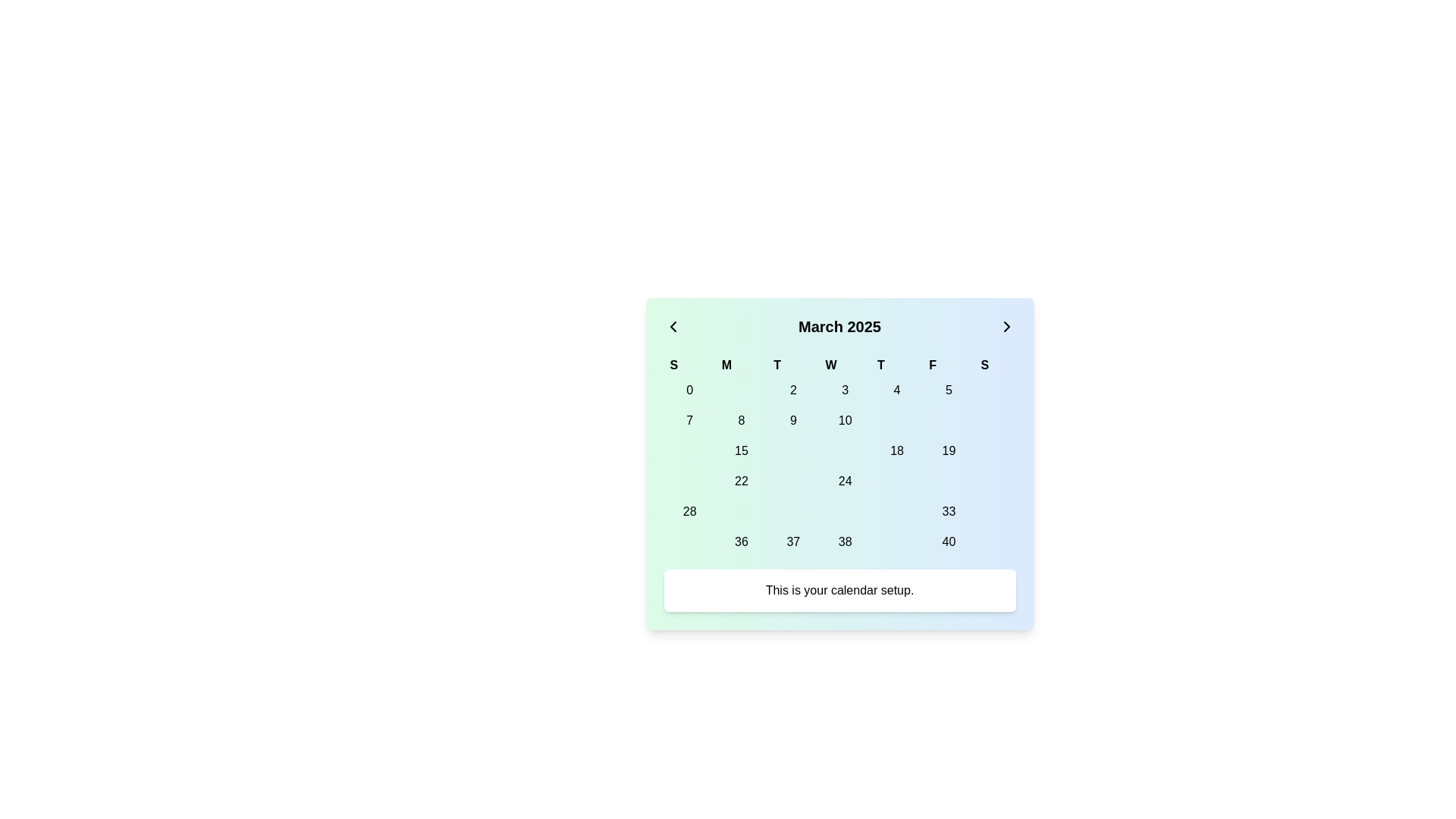 The height and width of the screenshot is (819, 1456). Describe the element at coordinates (839, 455) in the screenshot. I see `the layout of the Calendar Grid Display, which features a table-like structure with weekday labels and numbered dates, set against a gradient background` at that location.